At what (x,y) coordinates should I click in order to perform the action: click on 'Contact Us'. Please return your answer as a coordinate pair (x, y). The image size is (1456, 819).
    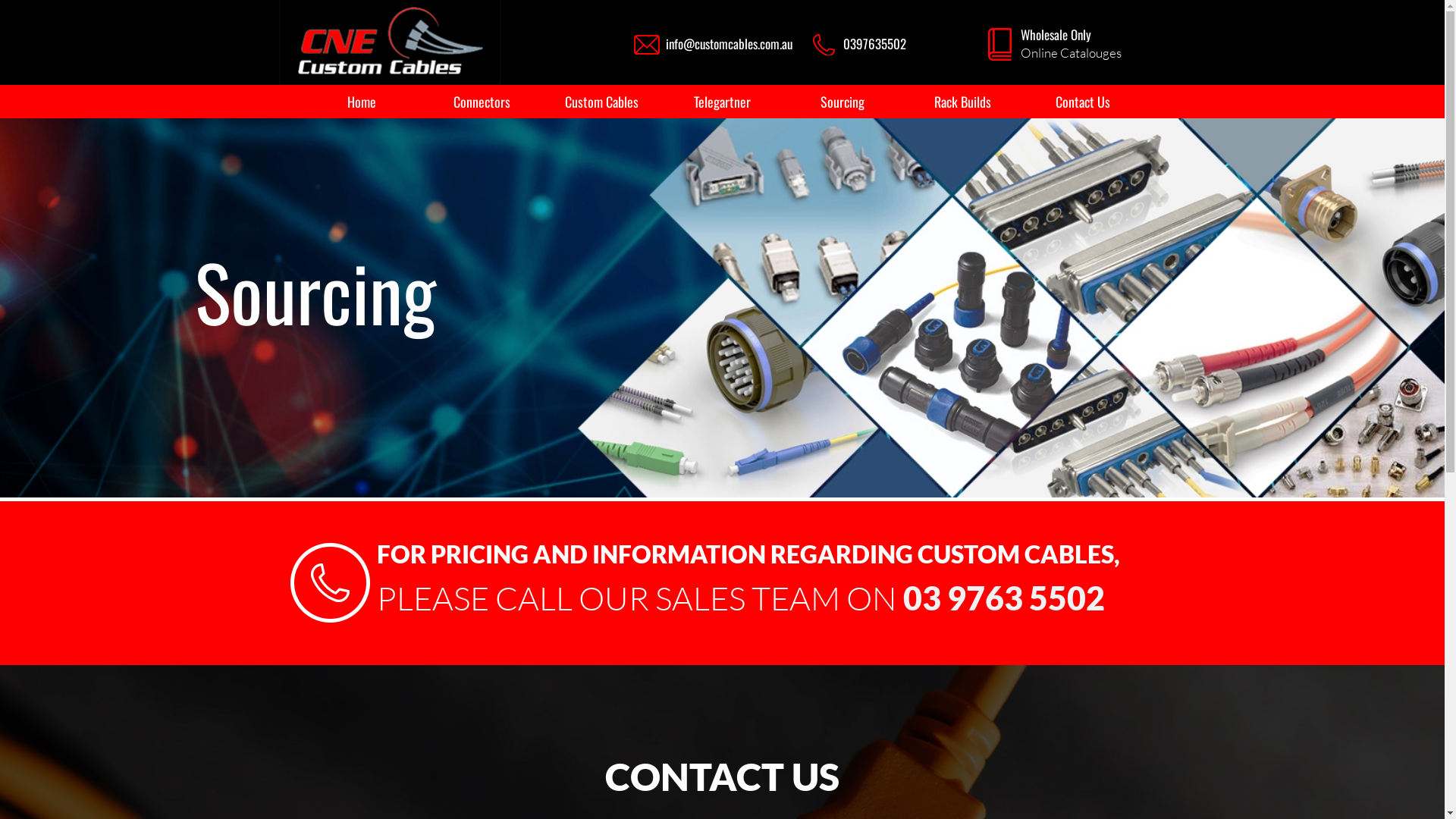
    Looking at the image, I should click on (1081, 102).